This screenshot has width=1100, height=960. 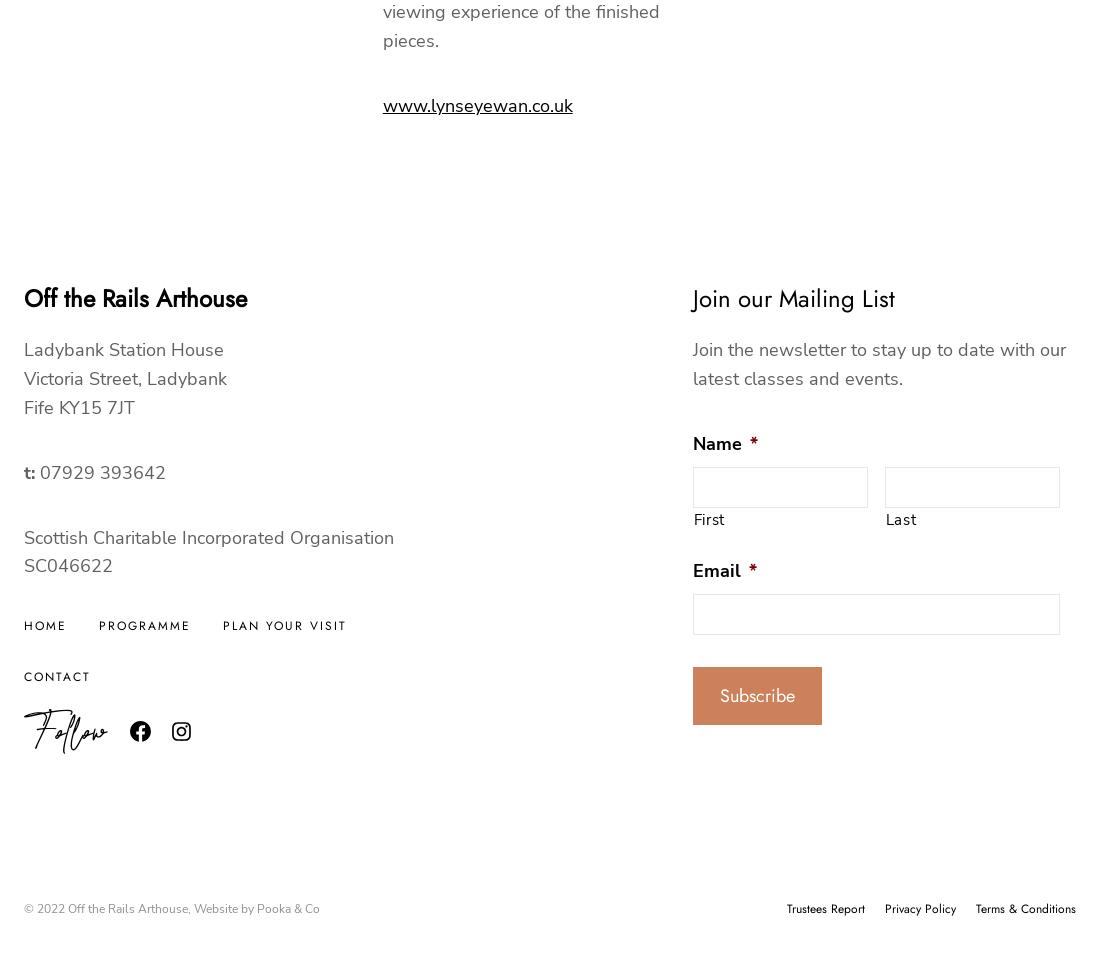 I want to click on 'Privacy Policy', so click(x=920, y=909).